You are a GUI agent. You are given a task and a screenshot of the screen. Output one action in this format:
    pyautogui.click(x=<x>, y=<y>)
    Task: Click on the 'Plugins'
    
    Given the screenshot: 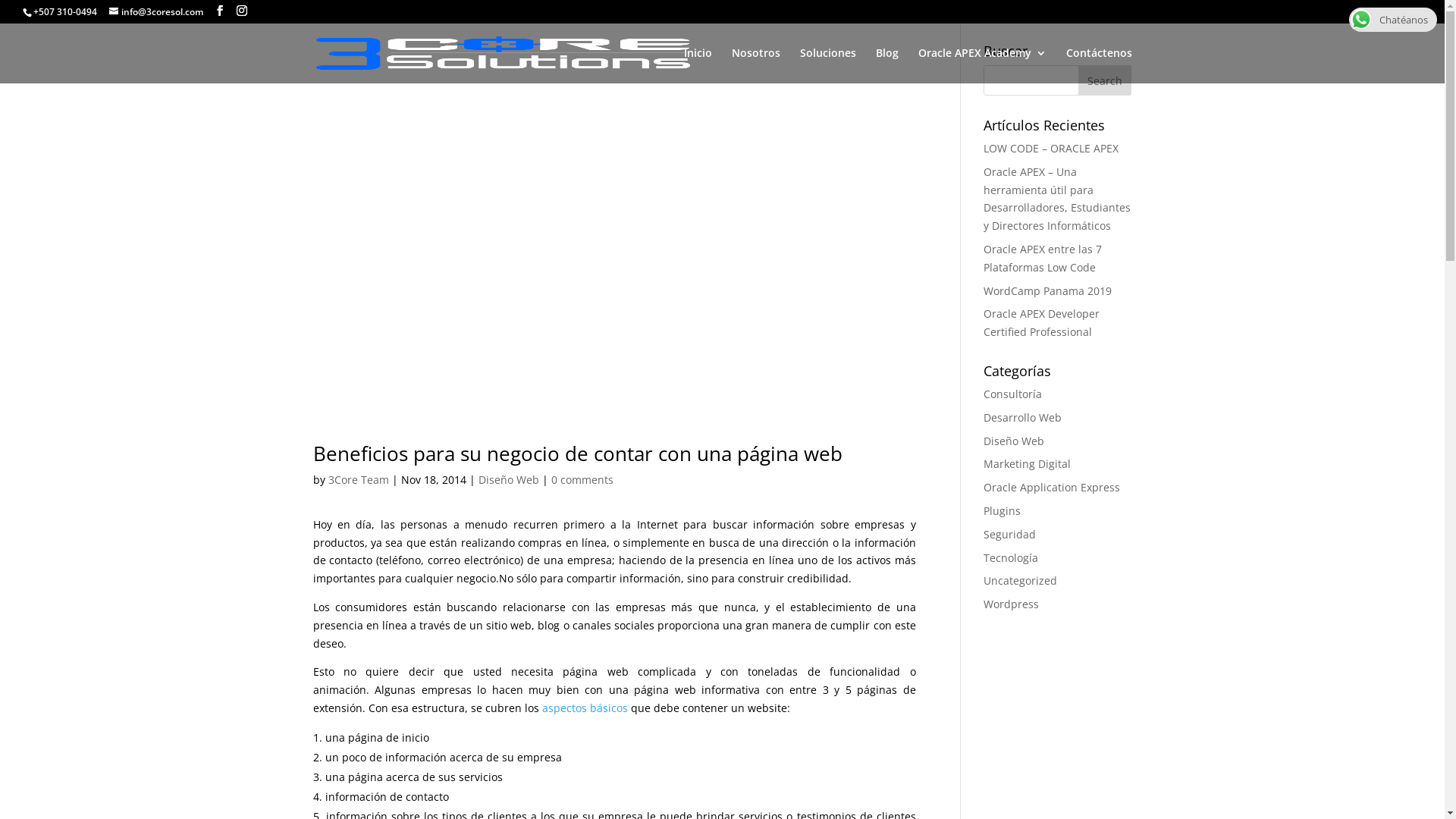 What is the action you would take?
    pyautogui.click(x=1002, y=510)
    